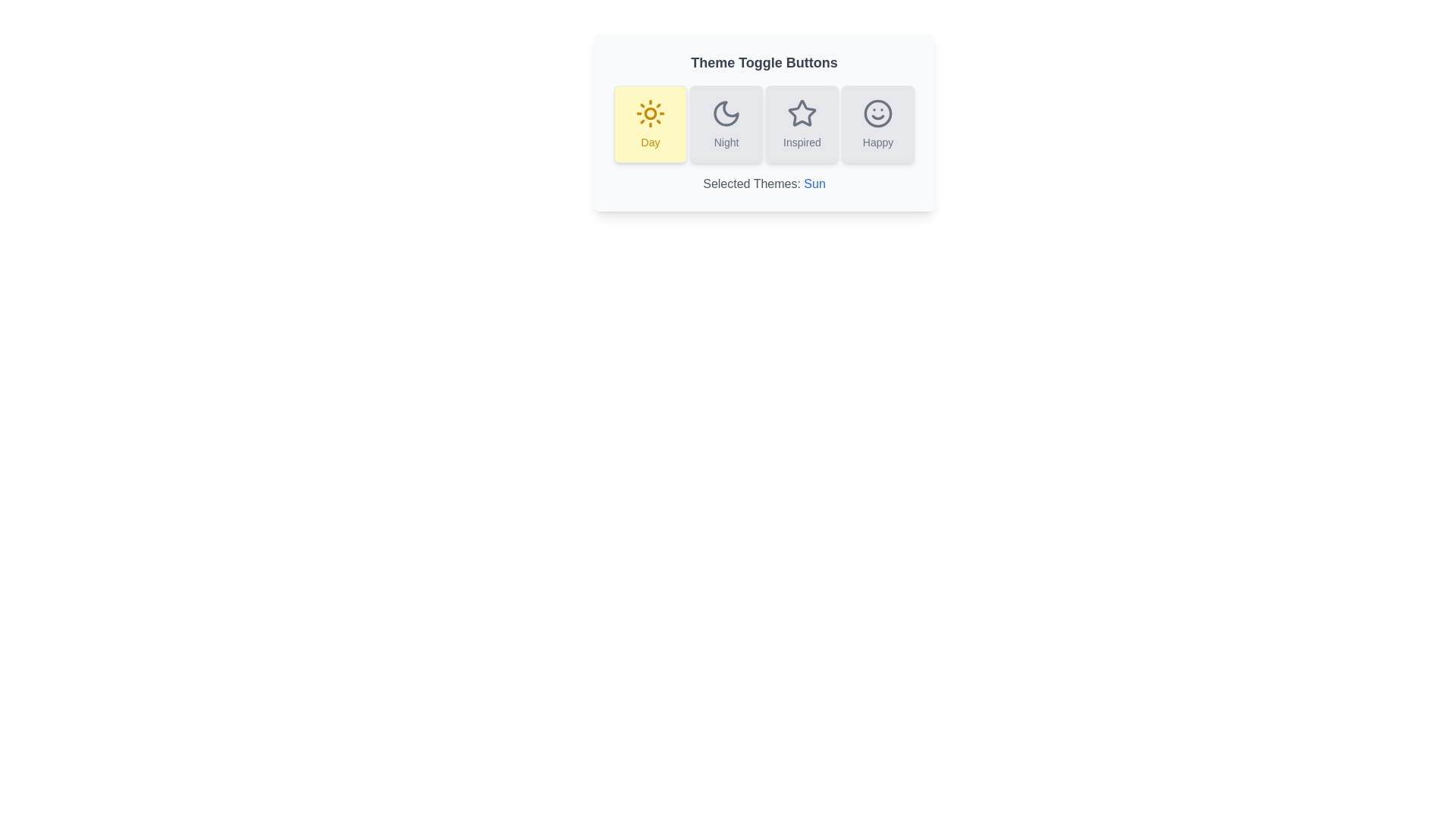 The width and height of the screenshot is (1456, 819). Describe the element at coordinates (651, 113) in the screenshot. I see `the decorative circular element of the sun icon located in the 'Day' button under the 'Theme Toggle Buttons' section` at that location.